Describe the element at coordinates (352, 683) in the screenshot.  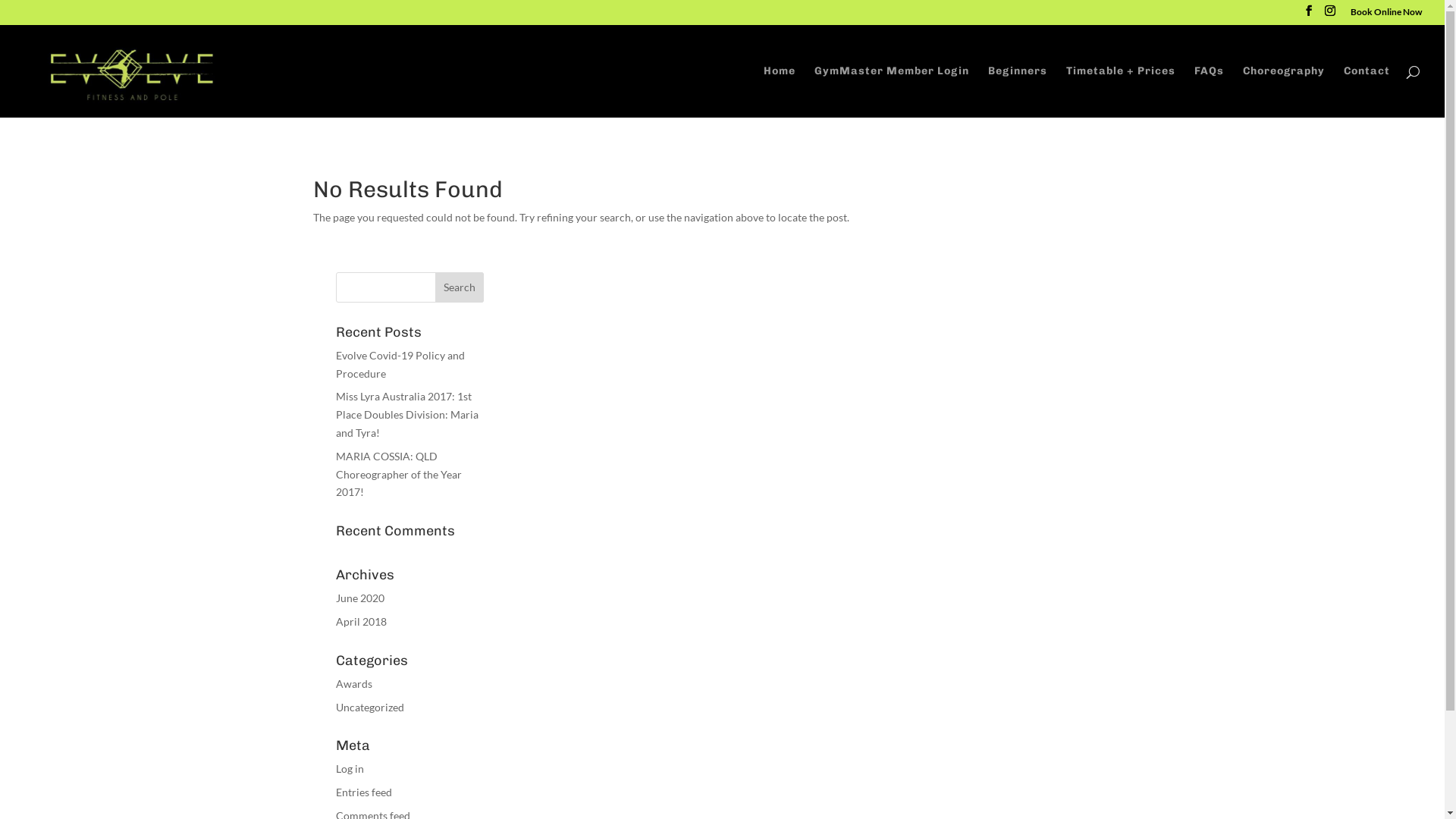
I see `'Awards'` at that location.